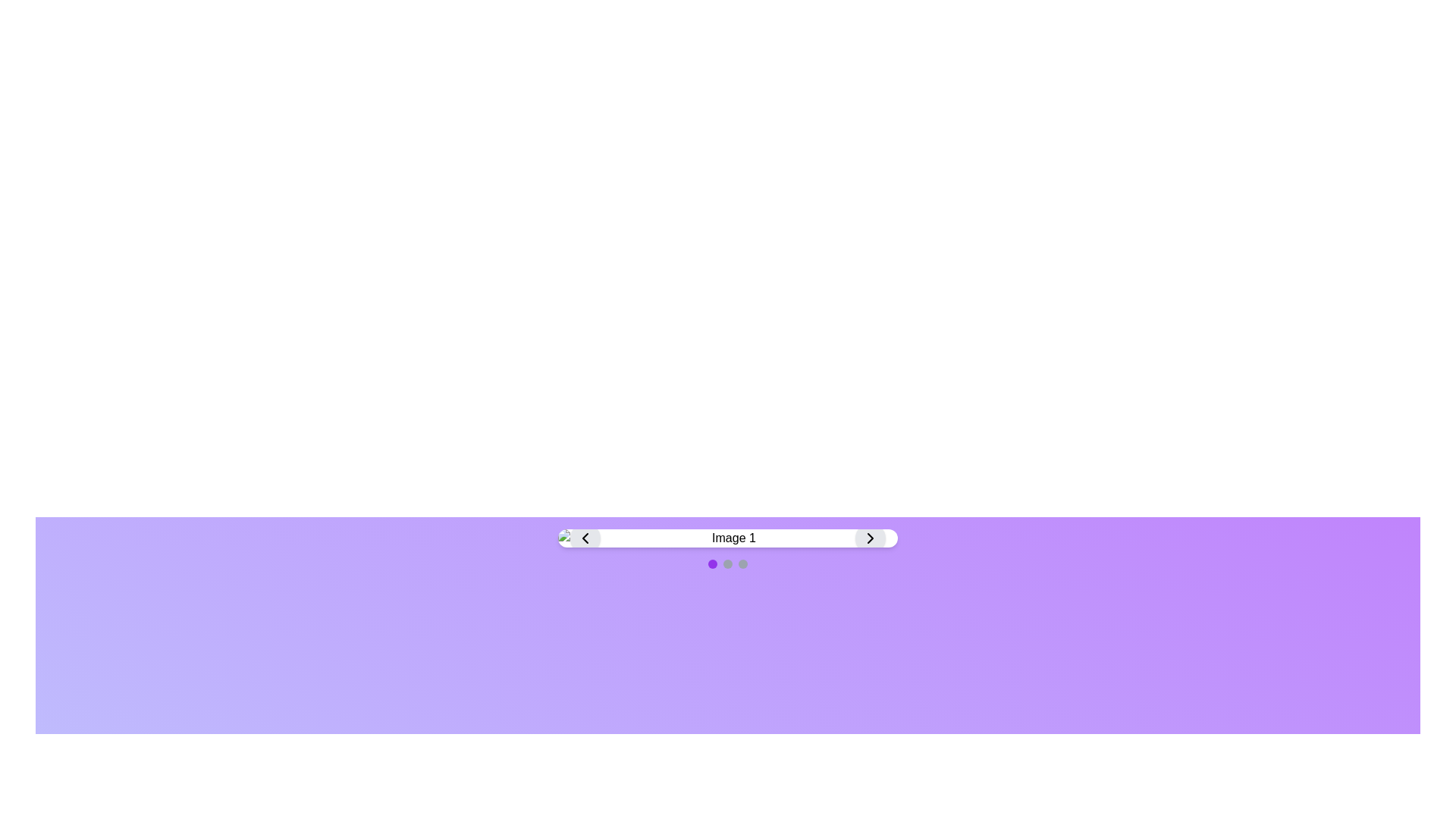  What do you see at coordinates (728, 564) in the screenshot?
I see `the active state of the Carousel indicator, which consists of three small circular indicators, to identify the current page` at bounding box center [728, 564].